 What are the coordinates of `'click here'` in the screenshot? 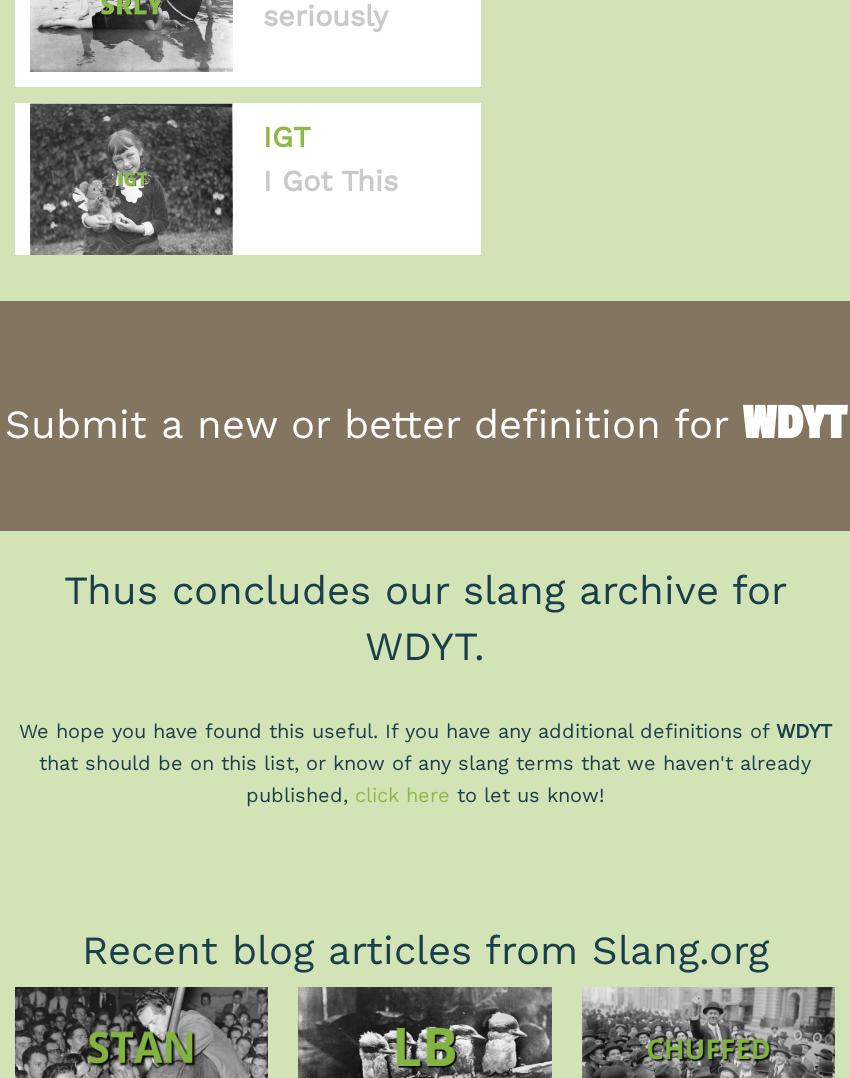 It's located at (353, 794).